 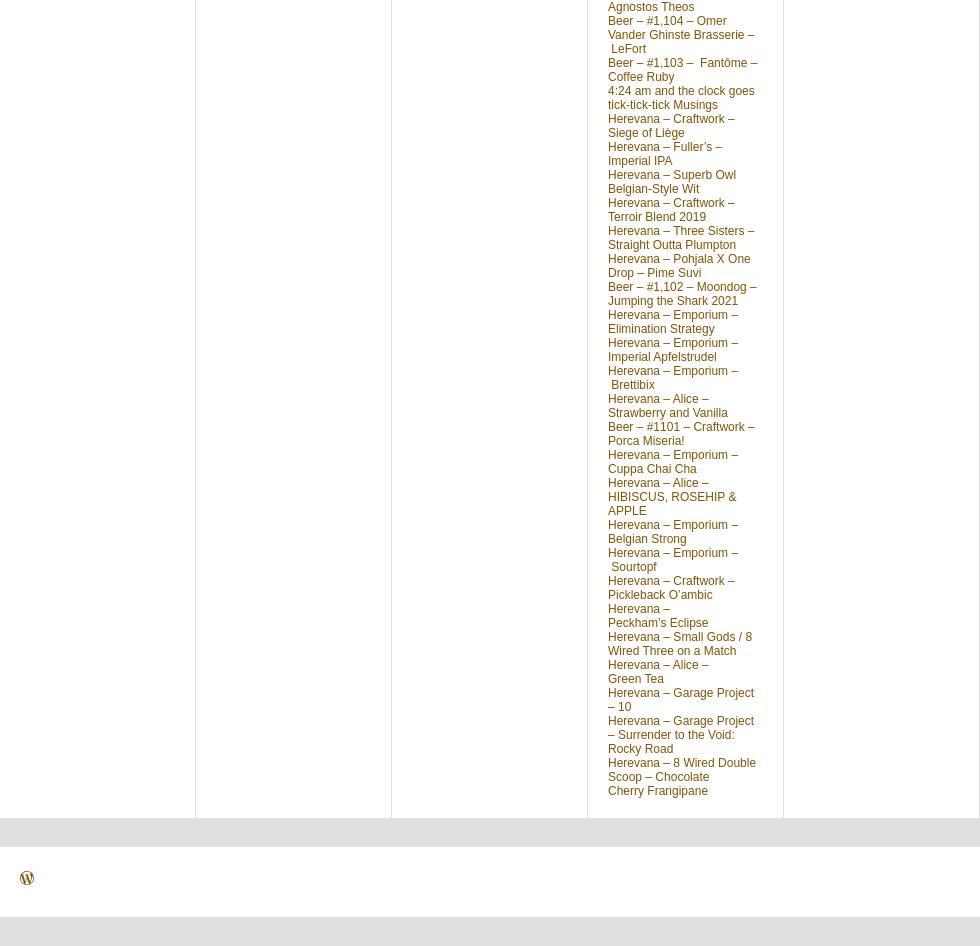 What do you see at coordinates (672, 461) in the screenshot?
I see `'Herevana – Emporium – Cuppa Chai Cha'` at bounding box center [672, 461].